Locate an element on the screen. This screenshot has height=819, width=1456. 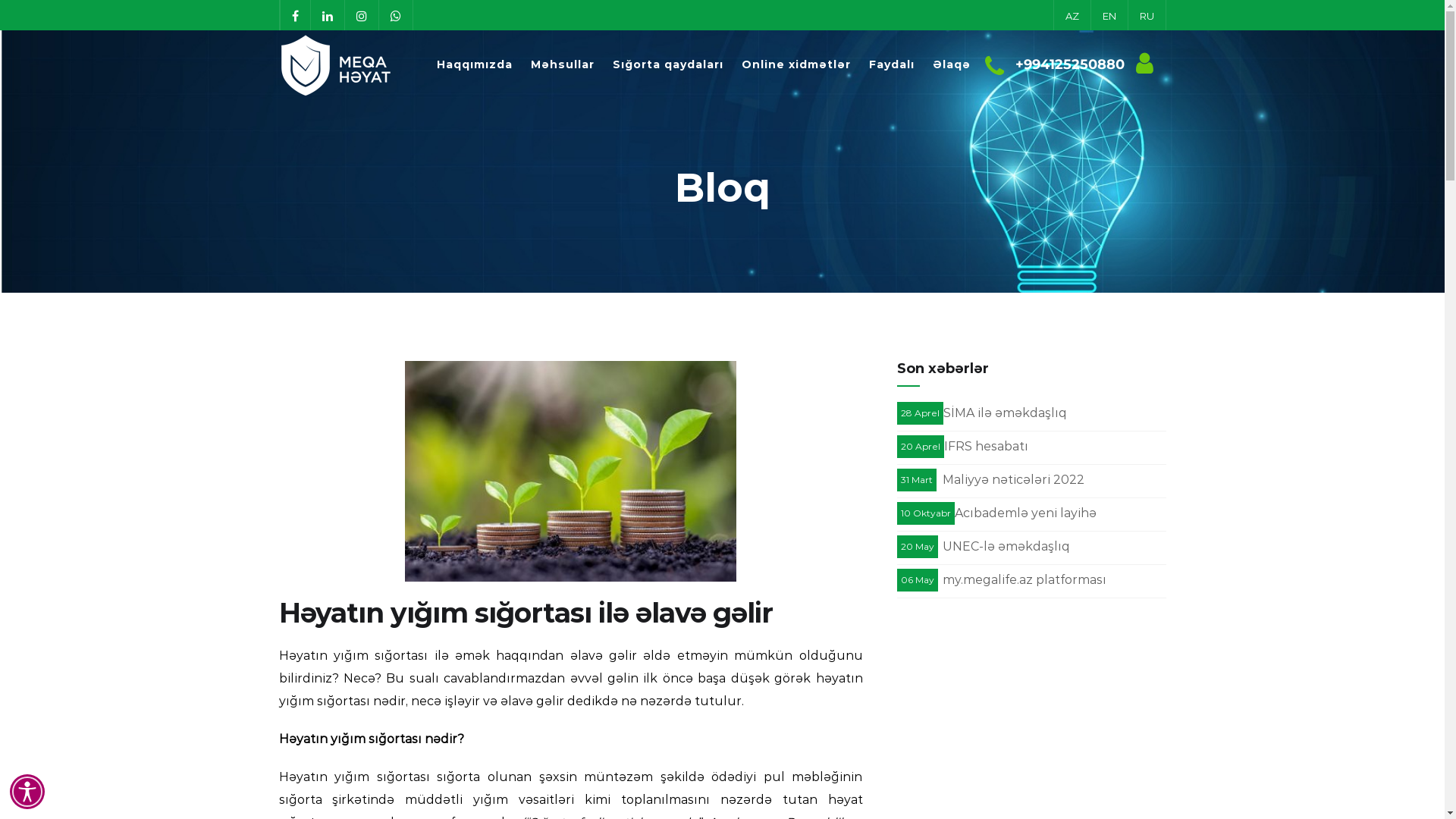
'RU' is located at coordinates (1146, 14).